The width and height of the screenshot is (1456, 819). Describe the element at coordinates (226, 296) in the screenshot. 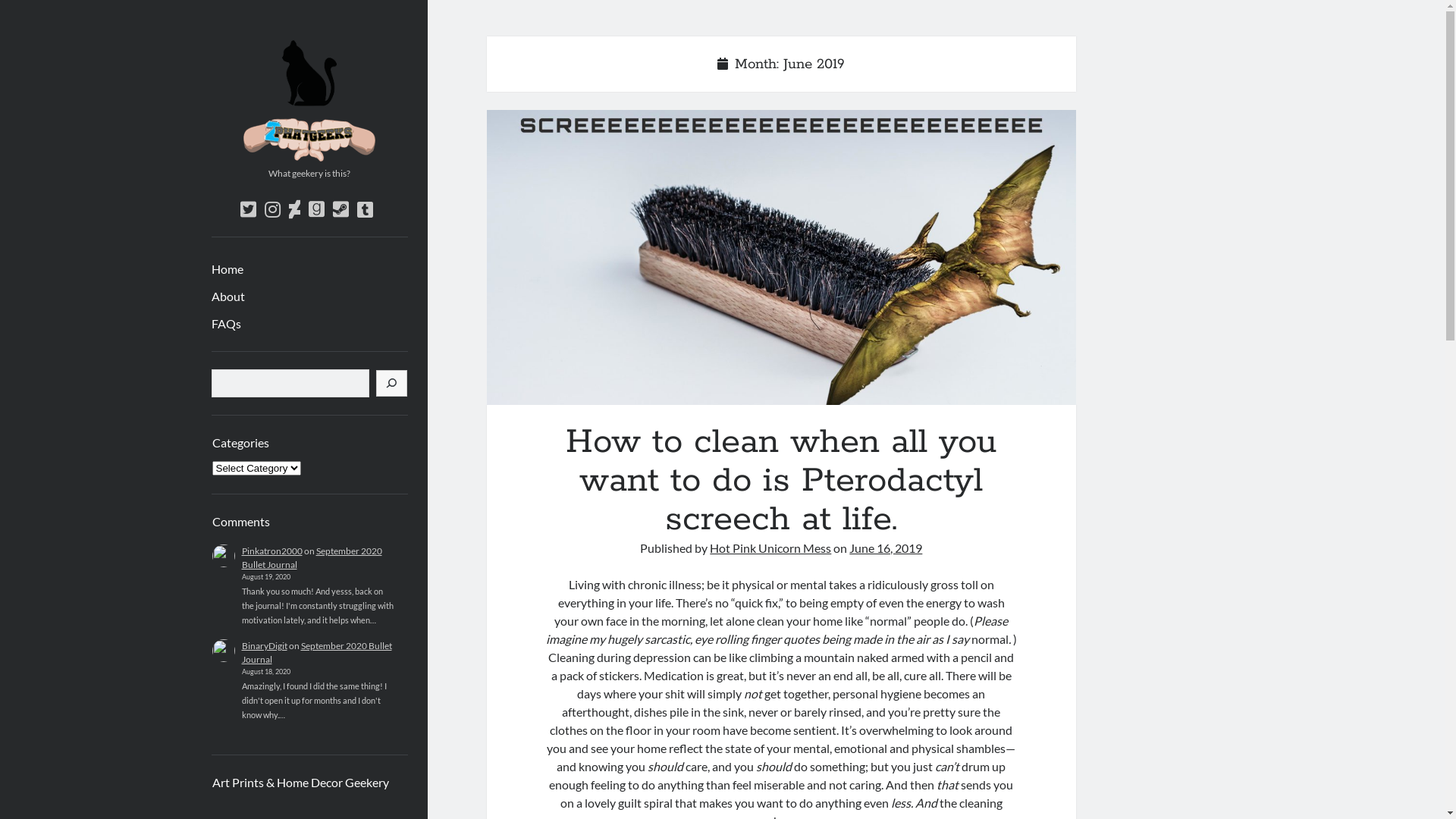

I see `'About'` at that location.